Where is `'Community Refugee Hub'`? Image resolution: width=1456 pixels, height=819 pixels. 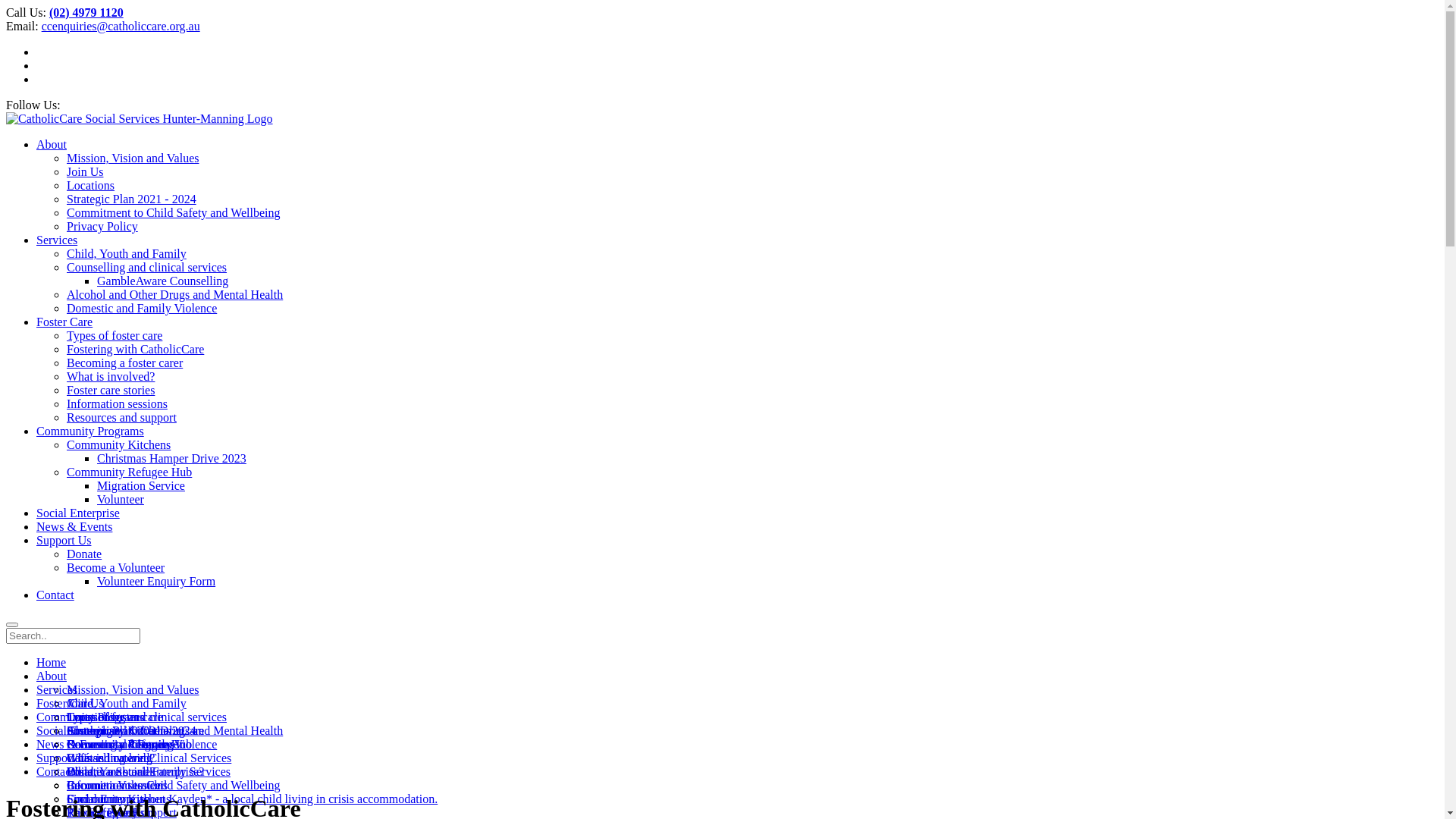
'Community Refugee Hub' is located at coordinates (129, 471).